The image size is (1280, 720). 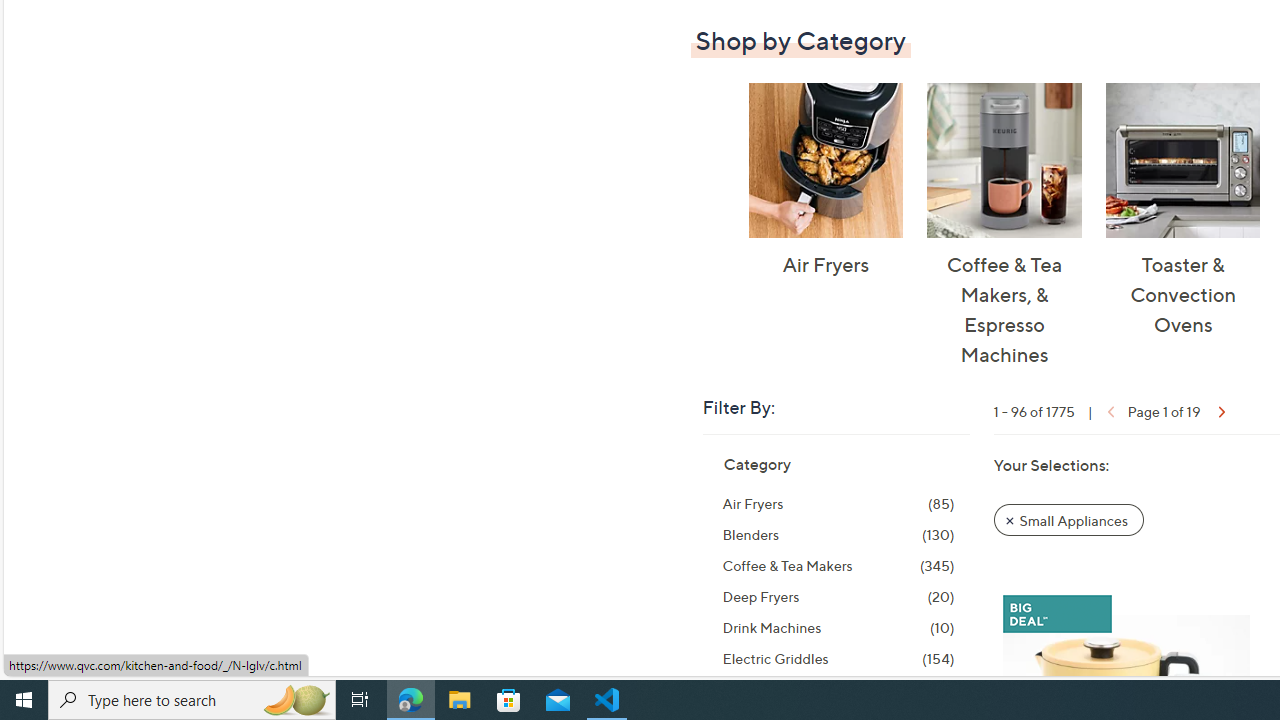 I want to click on 'Air Fryers, 85 items', so click(x=838, y=502).